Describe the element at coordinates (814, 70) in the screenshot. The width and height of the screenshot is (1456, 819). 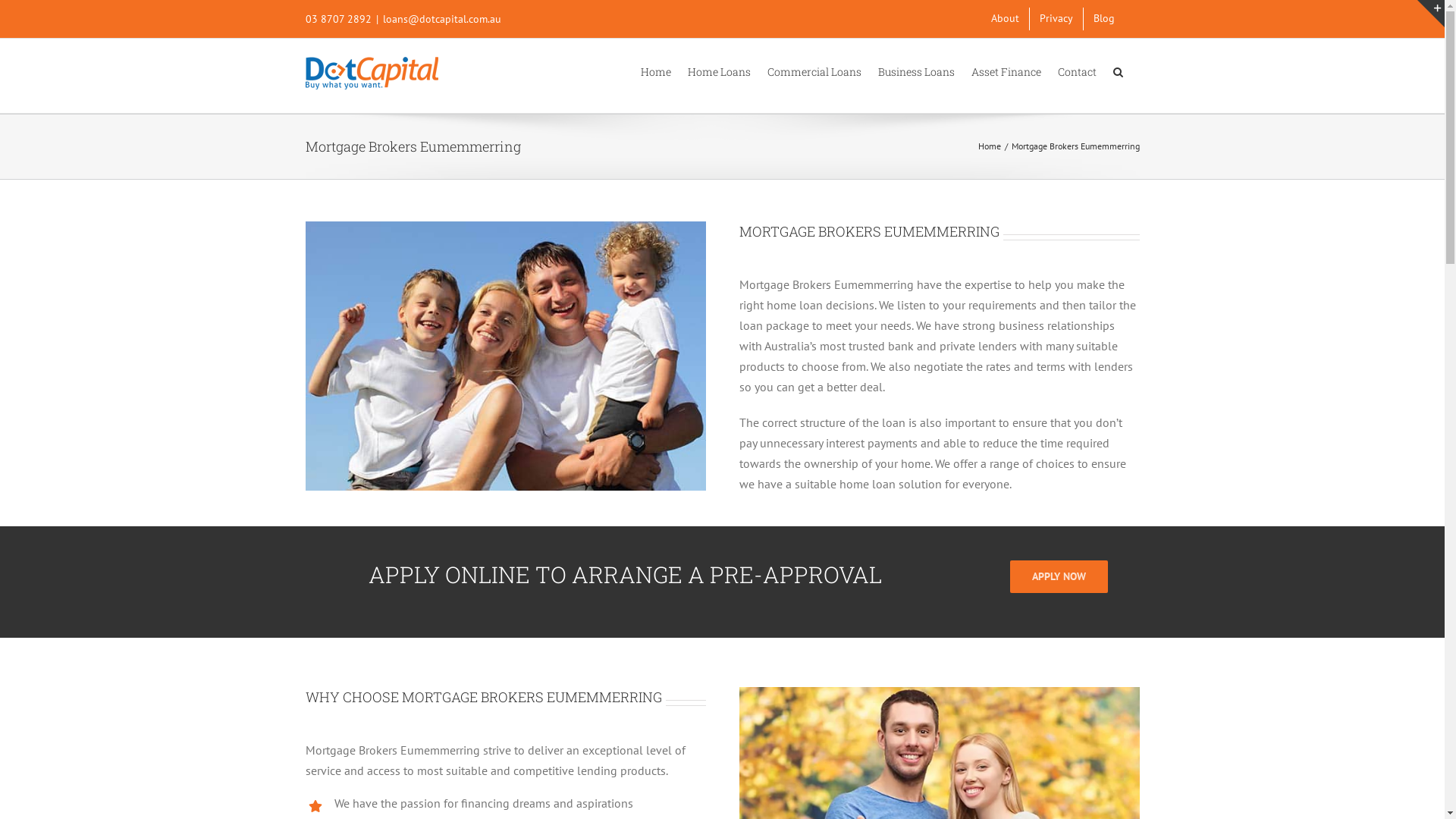
I see `'Commercial Loans'` at that location.